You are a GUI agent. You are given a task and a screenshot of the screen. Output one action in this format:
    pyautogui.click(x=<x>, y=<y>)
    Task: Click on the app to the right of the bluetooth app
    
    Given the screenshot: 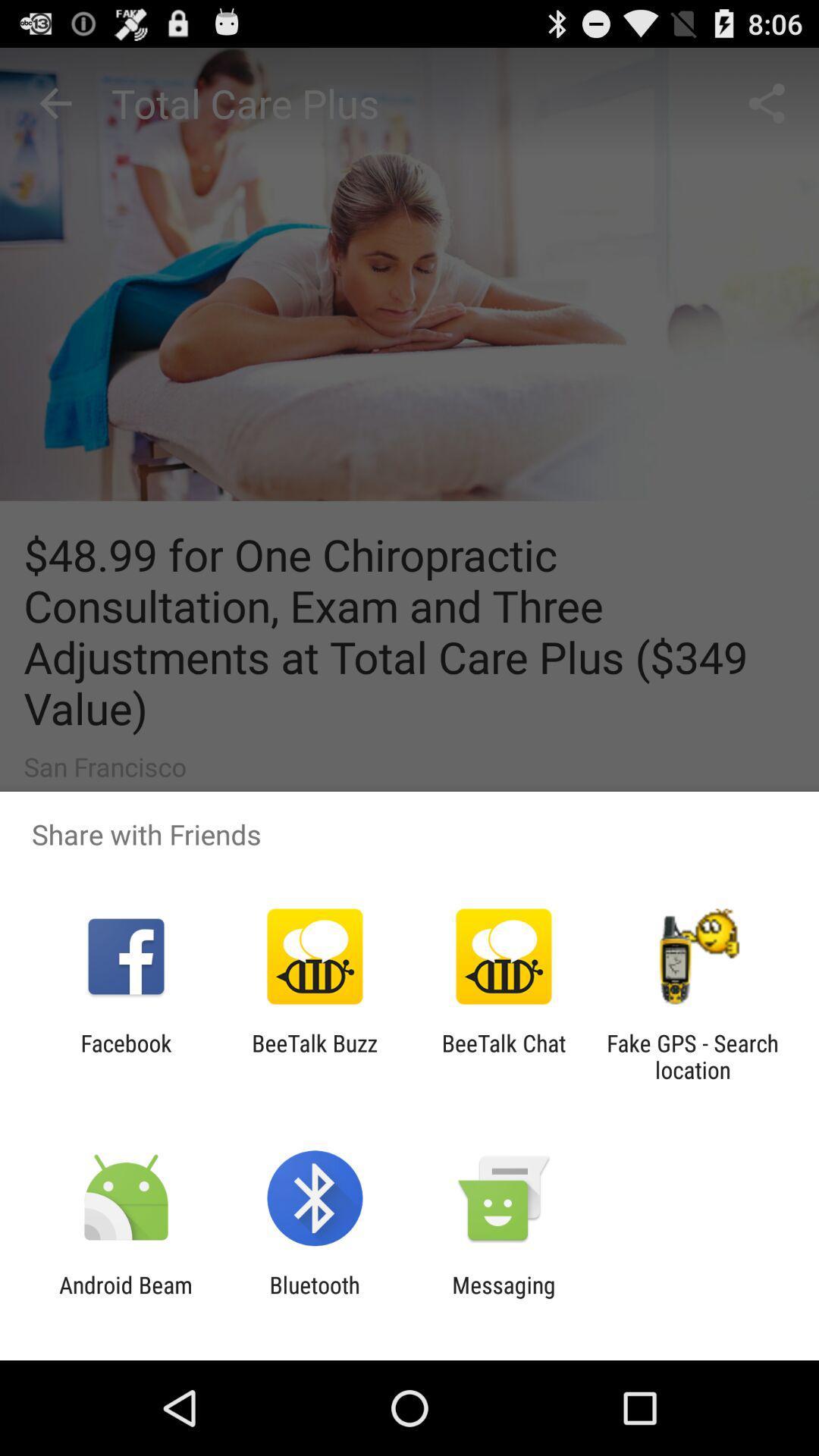 What is the action you would take?
    pyautogui.click(x=504, y=1298)
    